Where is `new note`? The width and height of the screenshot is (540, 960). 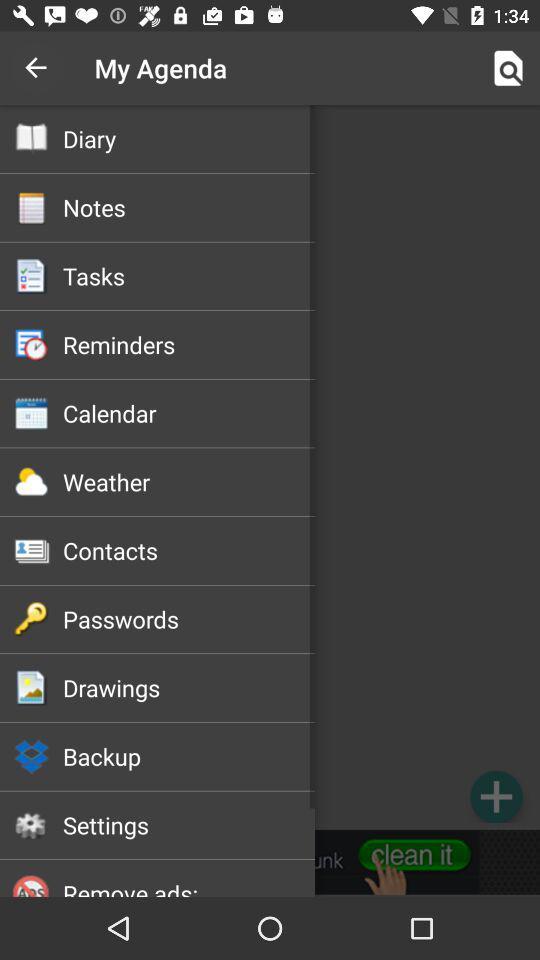 new note is located at coordinates (495, 796).